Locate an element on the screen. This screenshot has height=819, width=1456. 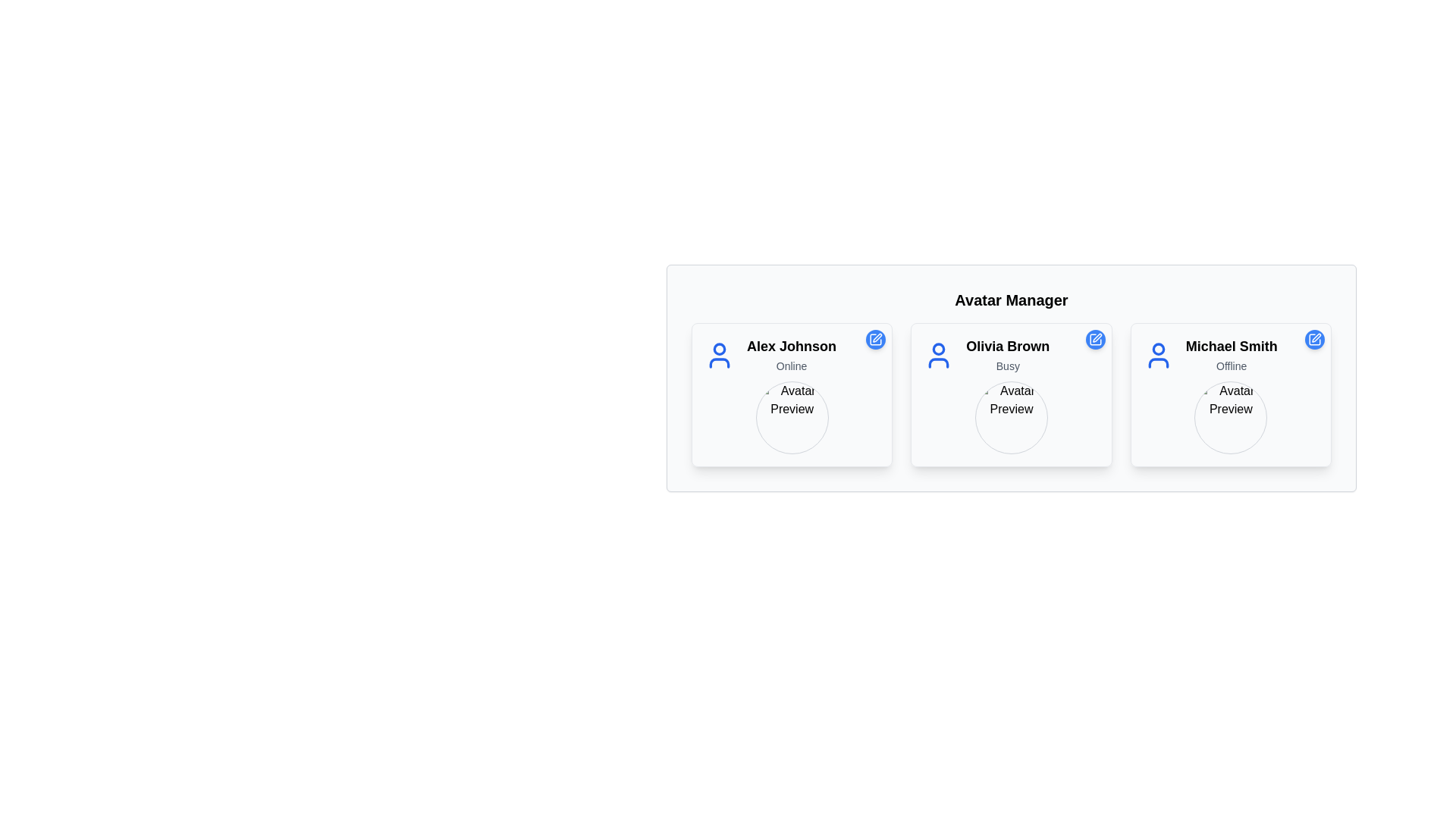
the Text Label with Icon displaying 'Alex Johnson' and status 'Online', located in the center-left card under 'Avatar Manager' is located at coordinates (791, 356).